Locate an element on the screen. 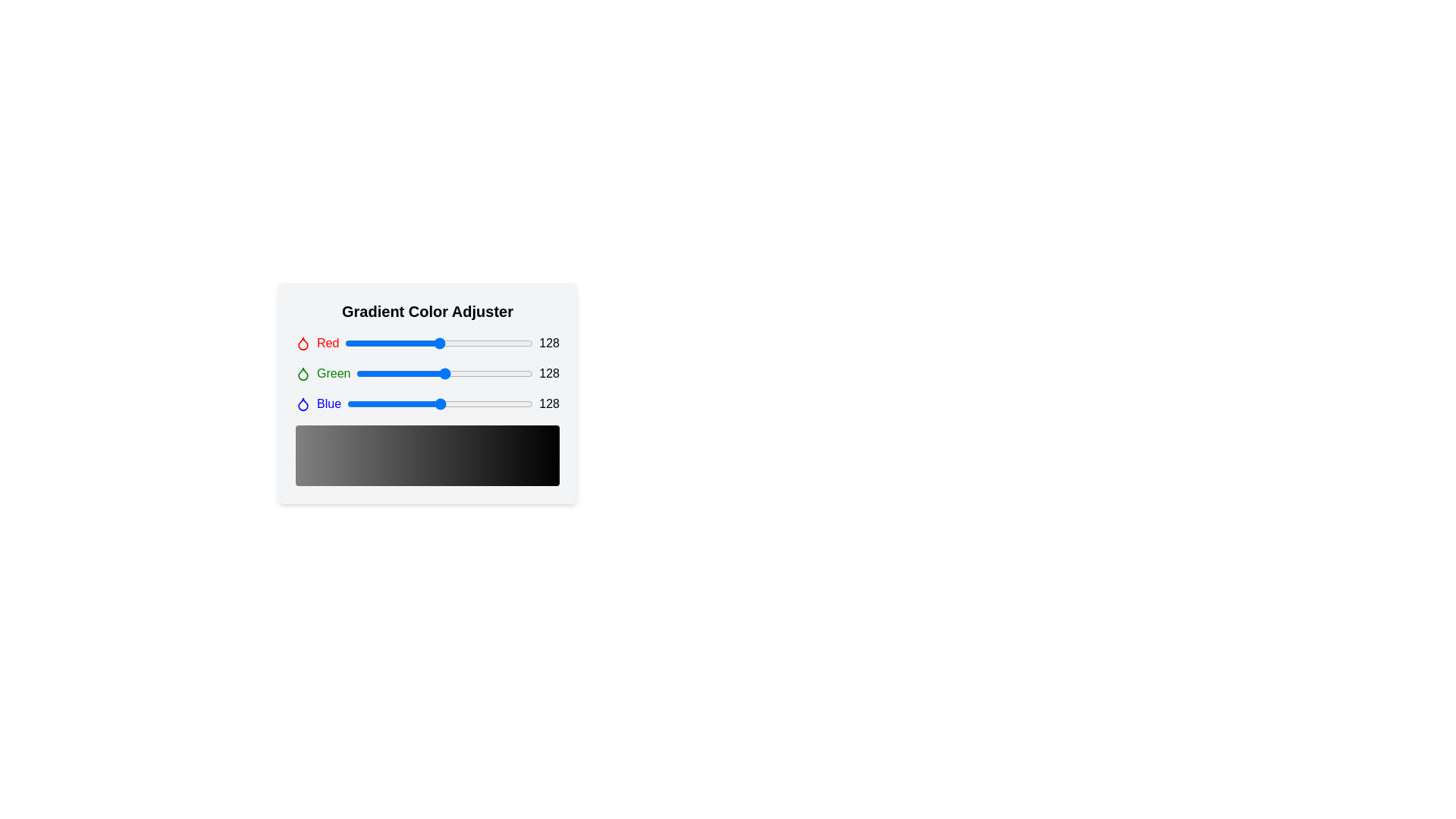  the red color slider to 77 is located at coordinates (402, 343).